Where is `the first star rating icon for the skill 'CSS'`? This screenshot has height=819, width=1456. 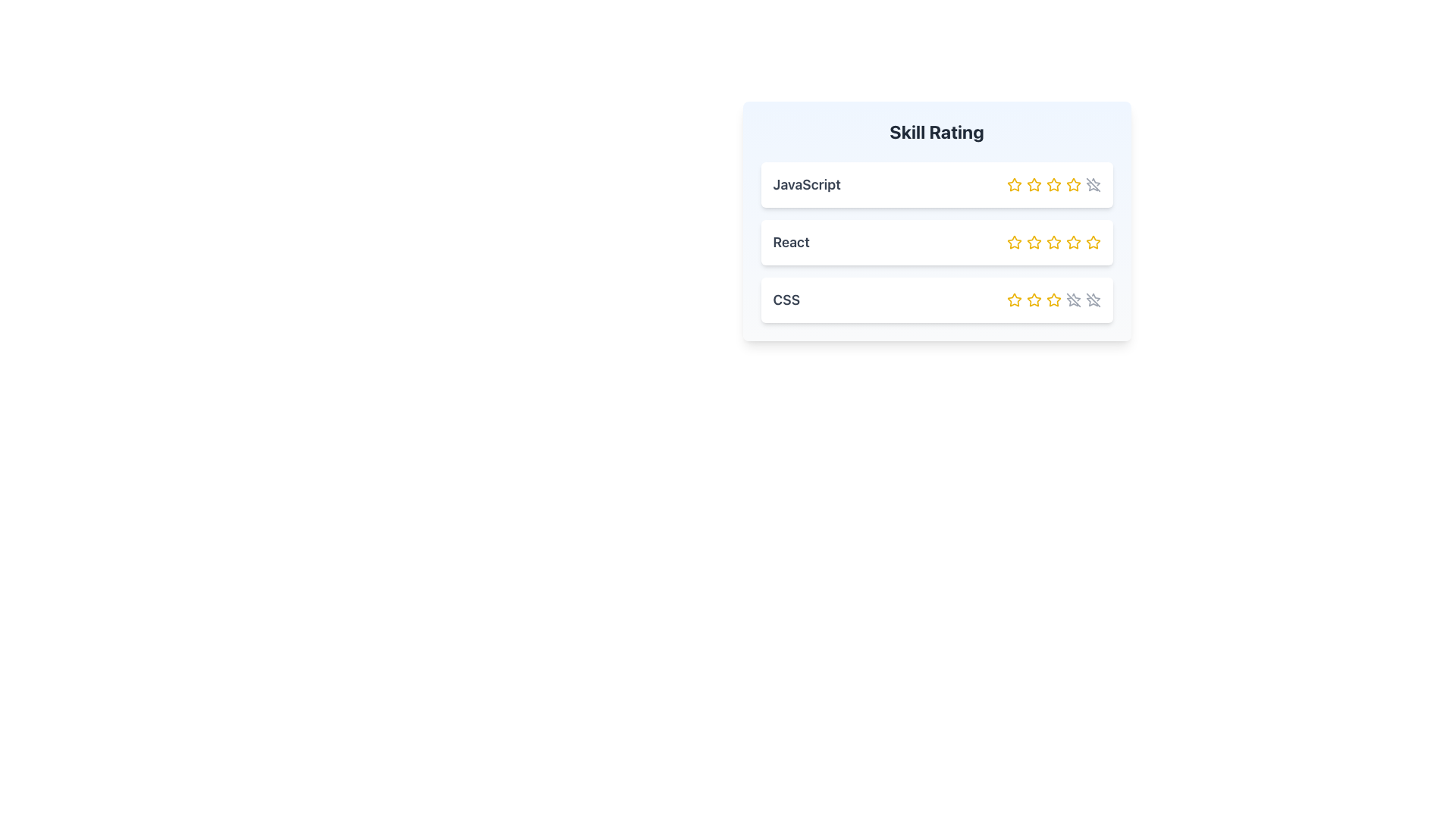 the first star rating icon for the skill 'CSS' is located at coordinates (1014, 300).